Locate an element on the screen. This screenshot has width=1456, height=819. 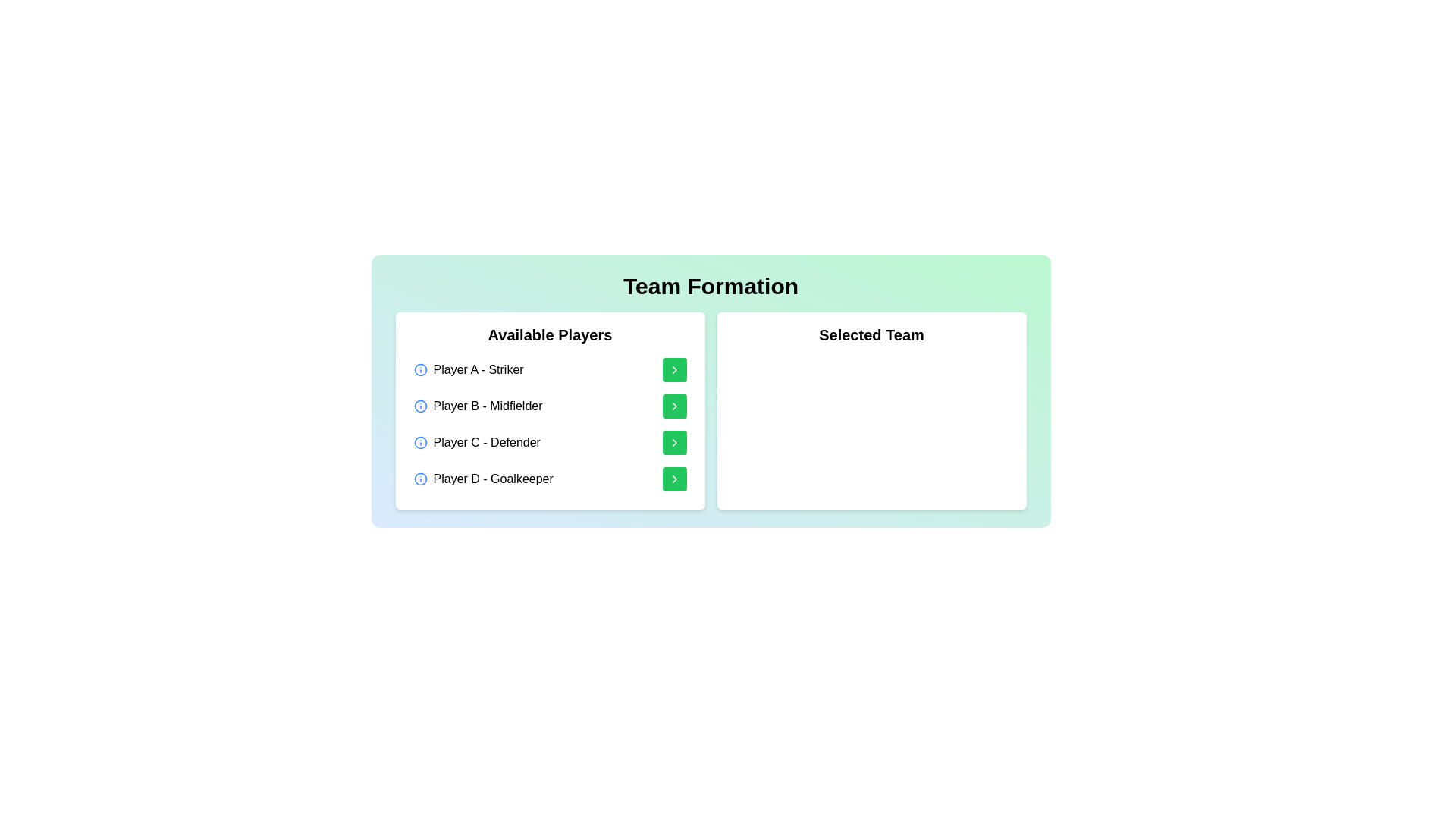
the information icon next to the player's name to view details about their position and specialty is located at coordinates (420, 370).